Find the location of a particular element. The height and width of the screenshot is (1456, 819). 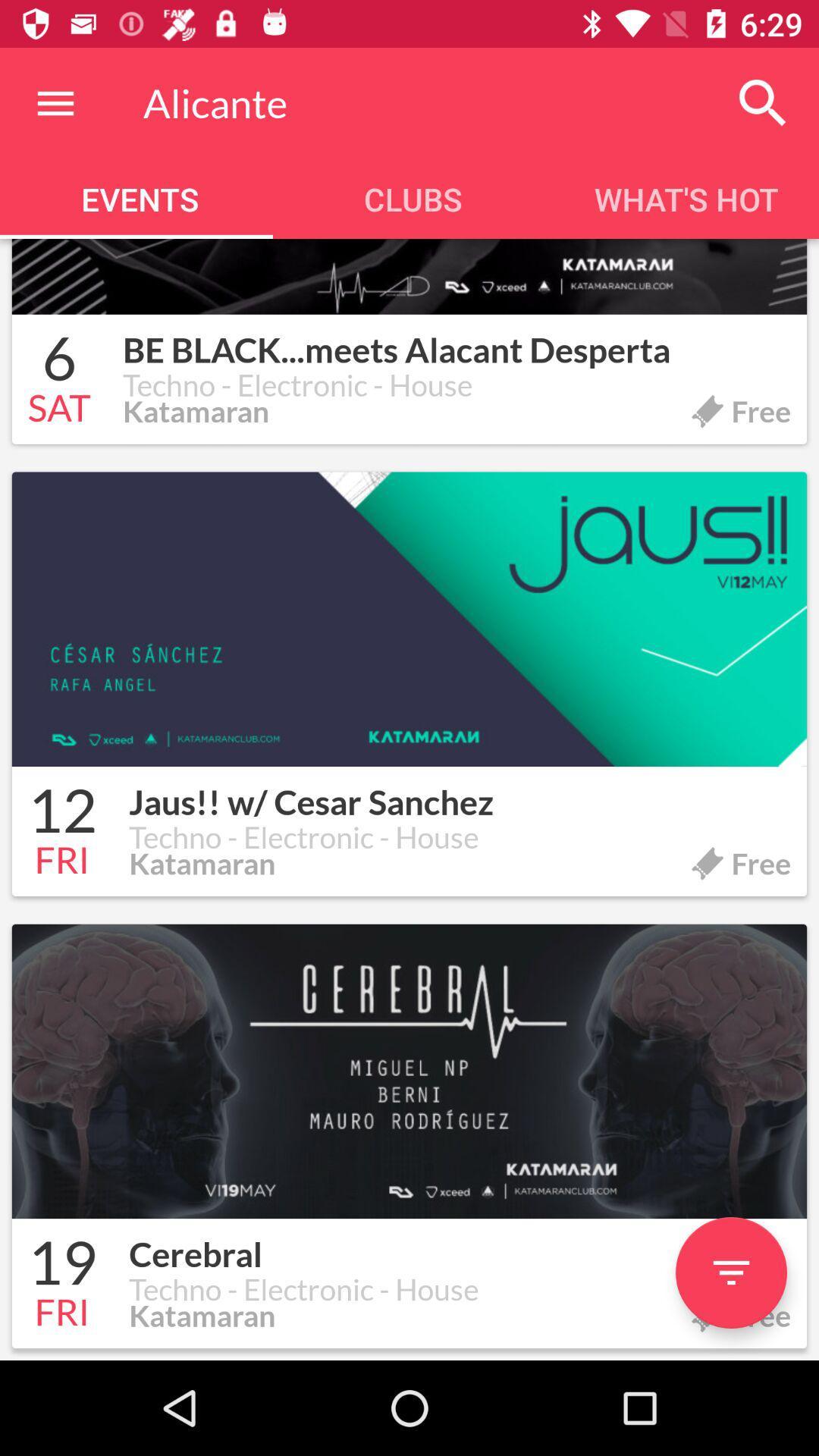

the icon next to the techno - electronic - house icon is located at coordinates (58, 409).